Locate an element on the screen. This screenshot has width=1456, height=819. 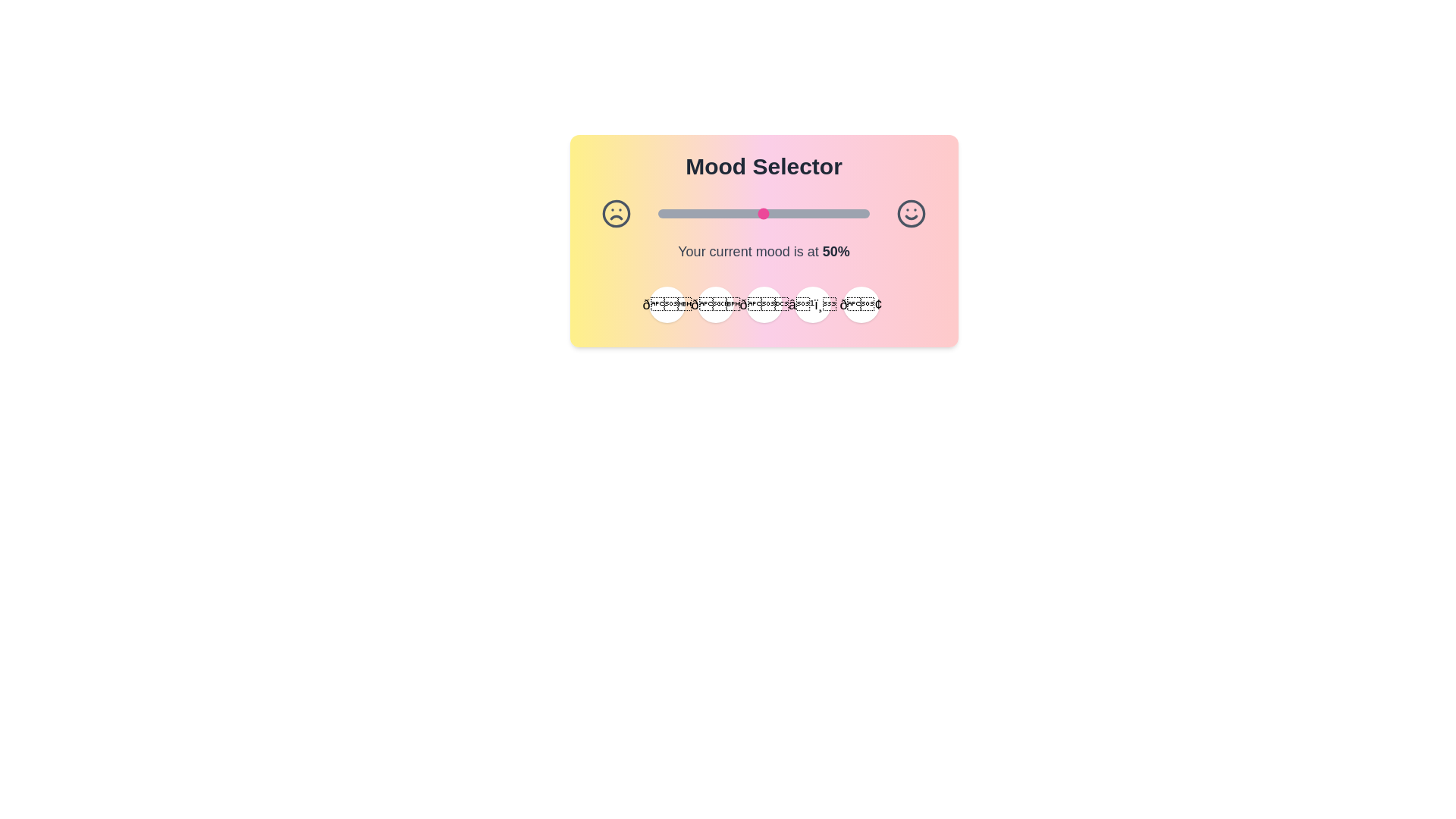
the mood slider to 59% is located at coordinates (783, 213).